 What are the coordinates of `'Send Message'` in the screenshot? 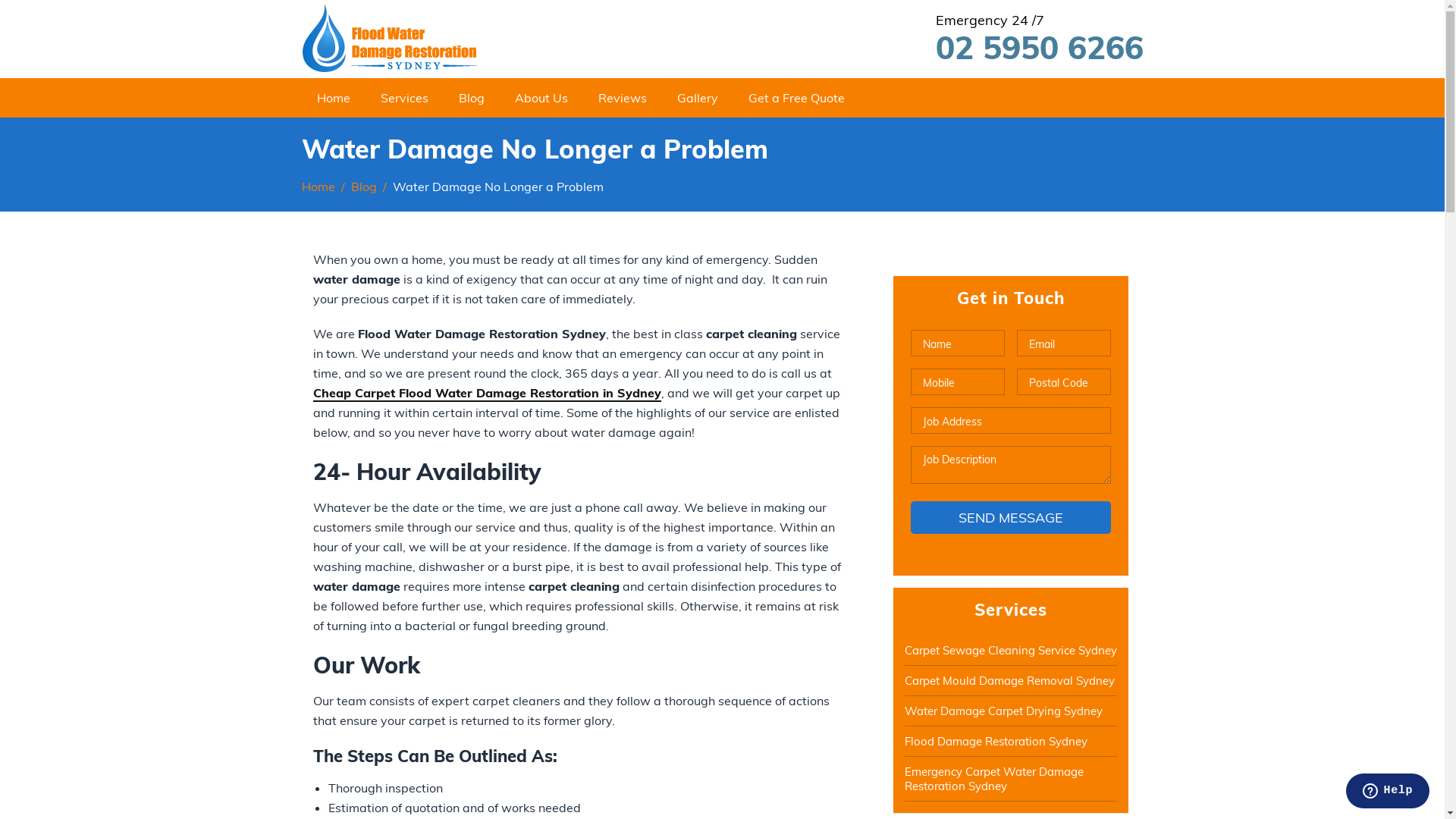 It's located at (1009, 516).